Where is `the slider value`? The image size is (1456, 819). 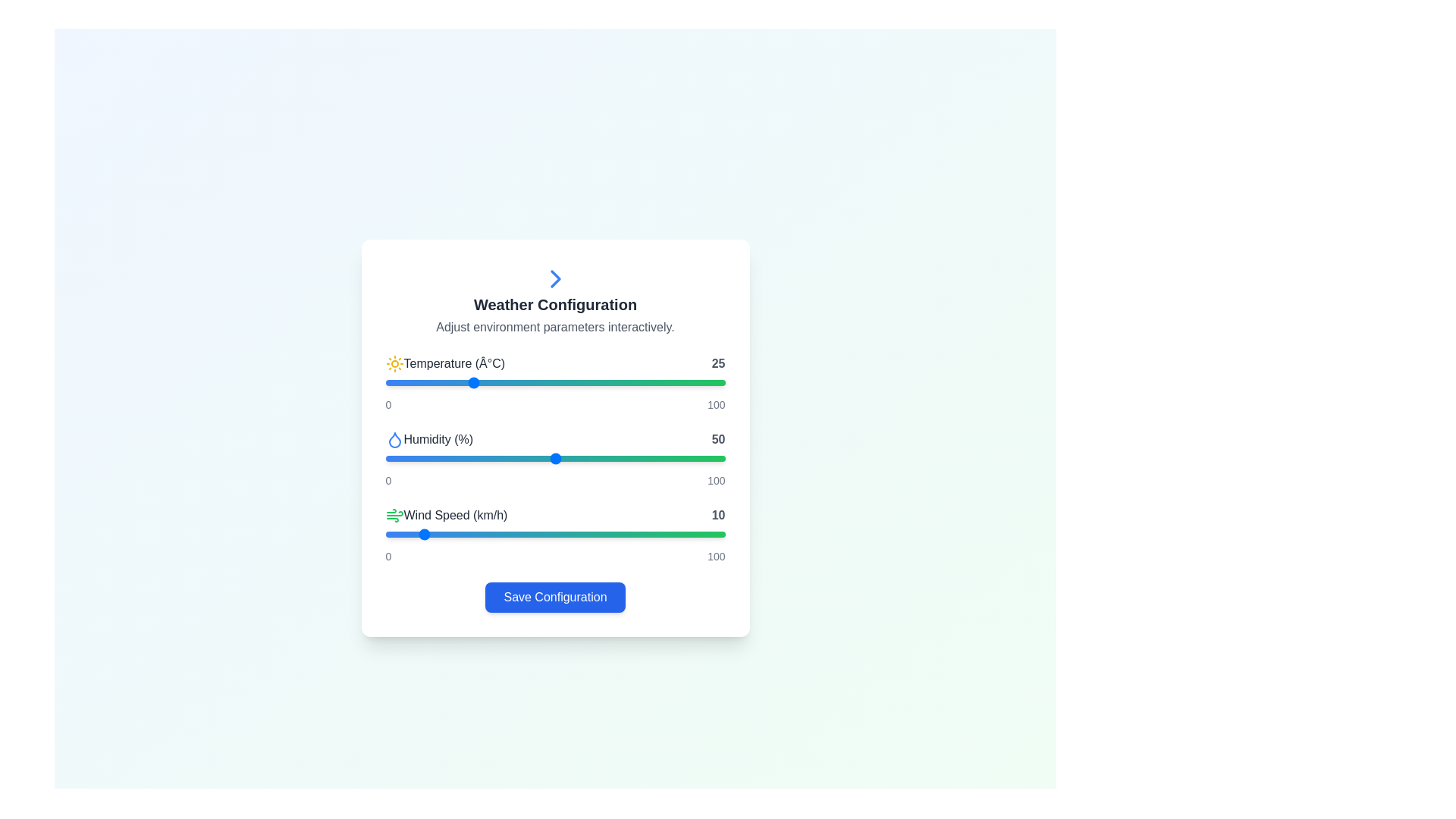
the slider value is located at coordinates (683, 458).